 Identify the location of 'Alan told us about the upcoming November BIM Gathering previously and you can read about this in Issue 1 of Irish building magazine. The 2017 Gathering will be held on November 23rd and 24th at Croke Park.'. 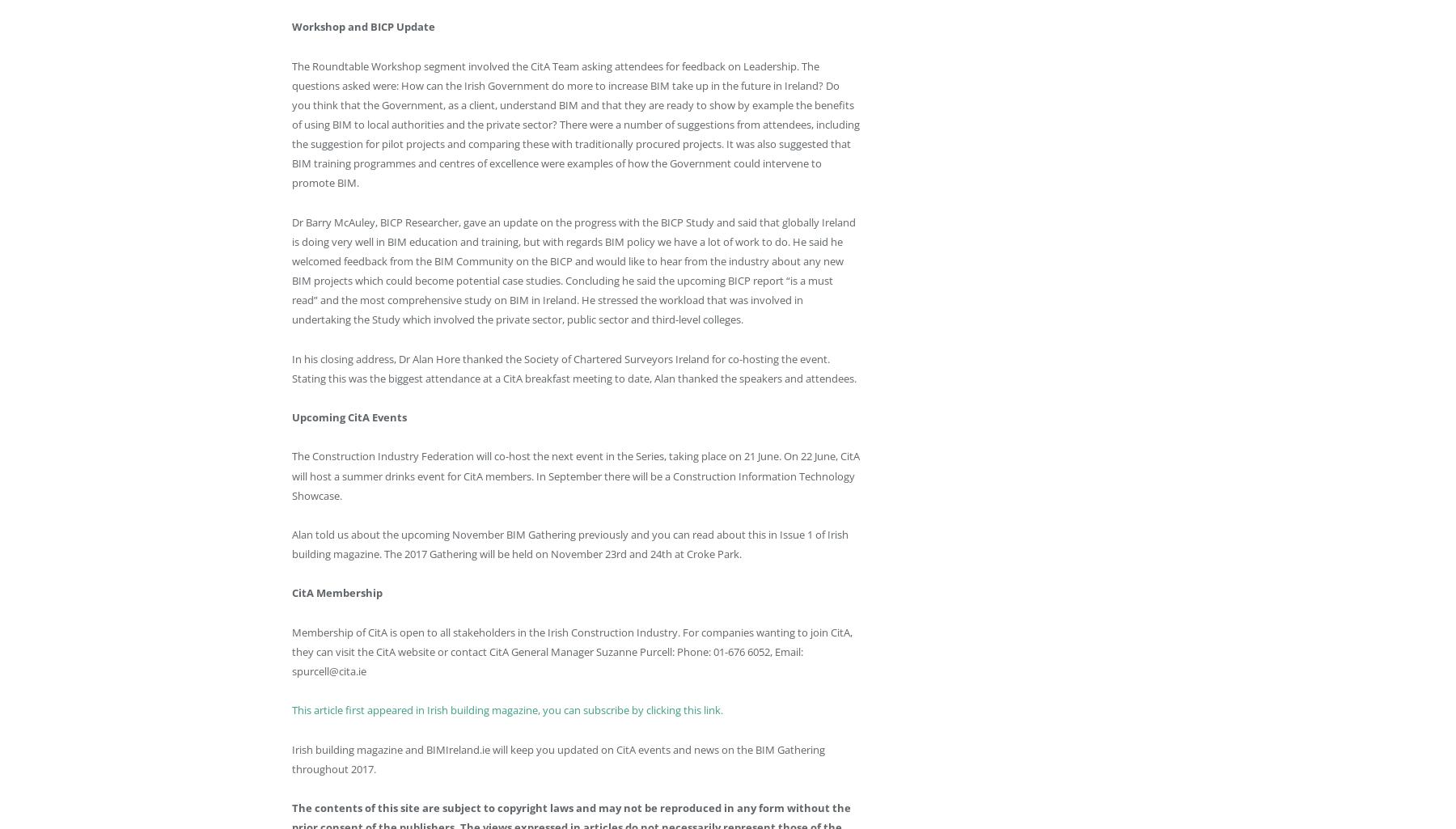
(292, 544).